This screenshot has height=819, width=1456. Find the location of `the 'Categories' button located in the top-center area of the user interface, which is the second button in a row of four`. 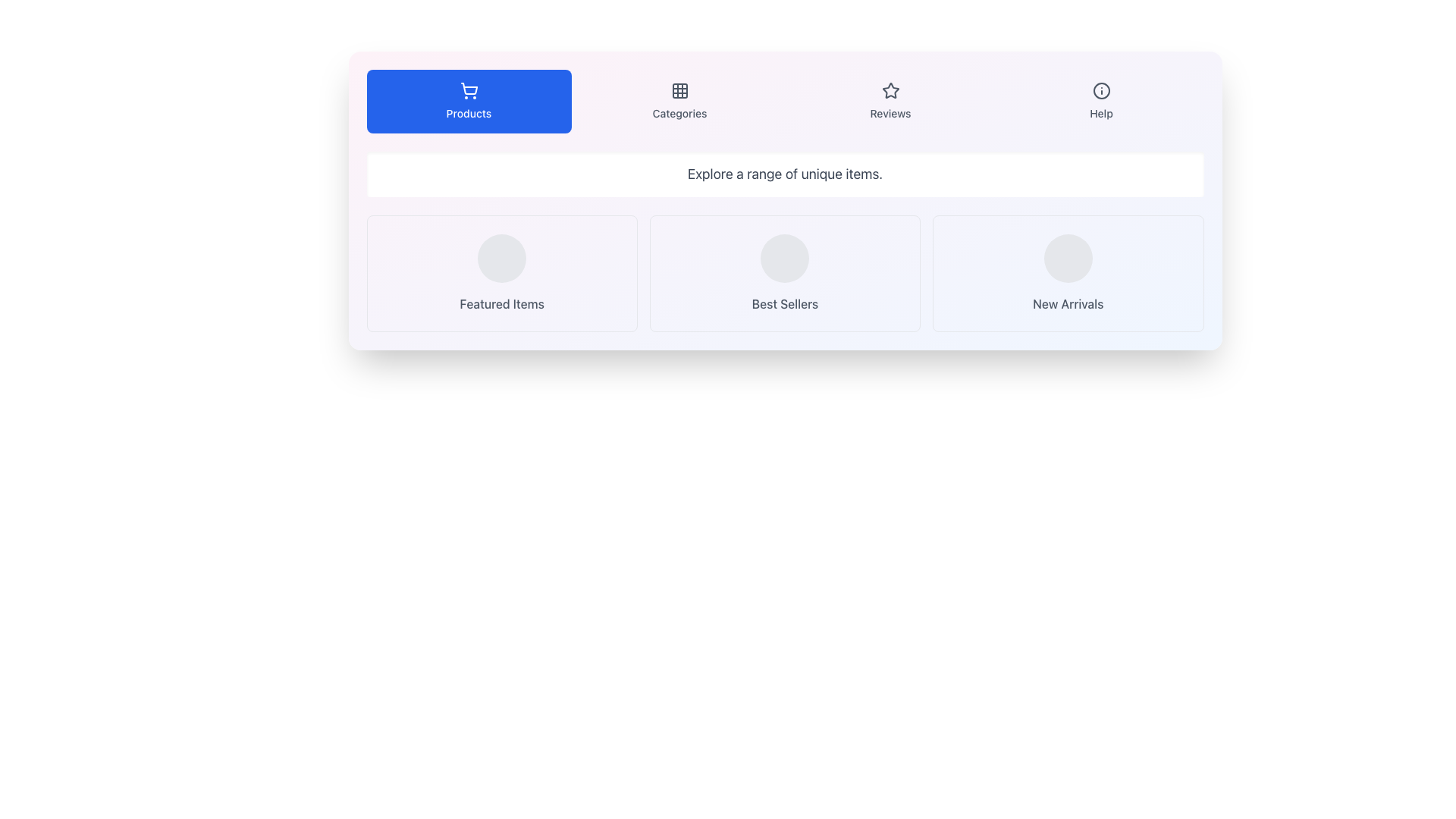

the 'Categories' button located in the top-center area of the user interface, which is the second button in a row of four is located at coordinates (679, 102).